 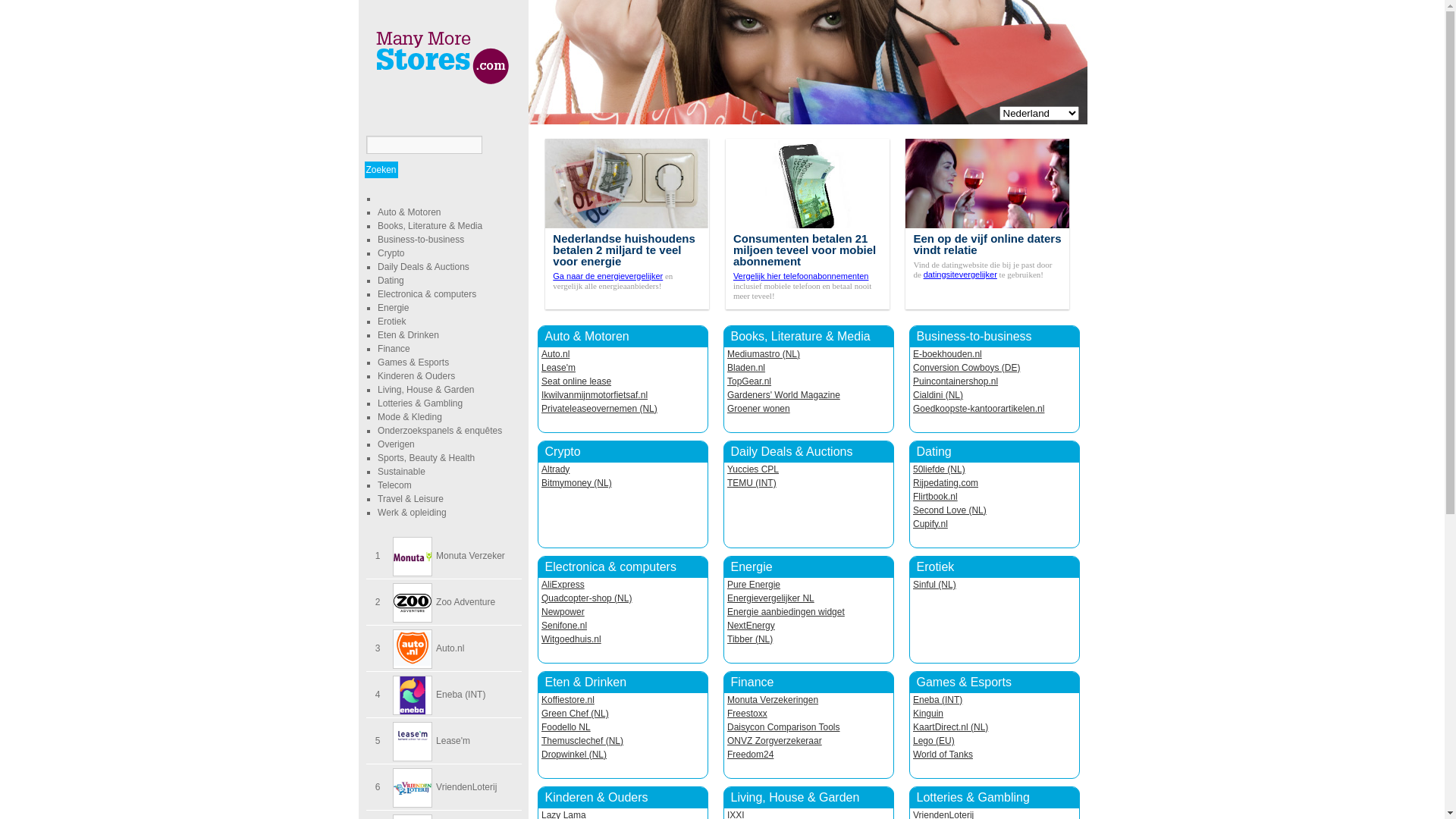 I want to click on 'Crypto', so click(x=391, y=253).